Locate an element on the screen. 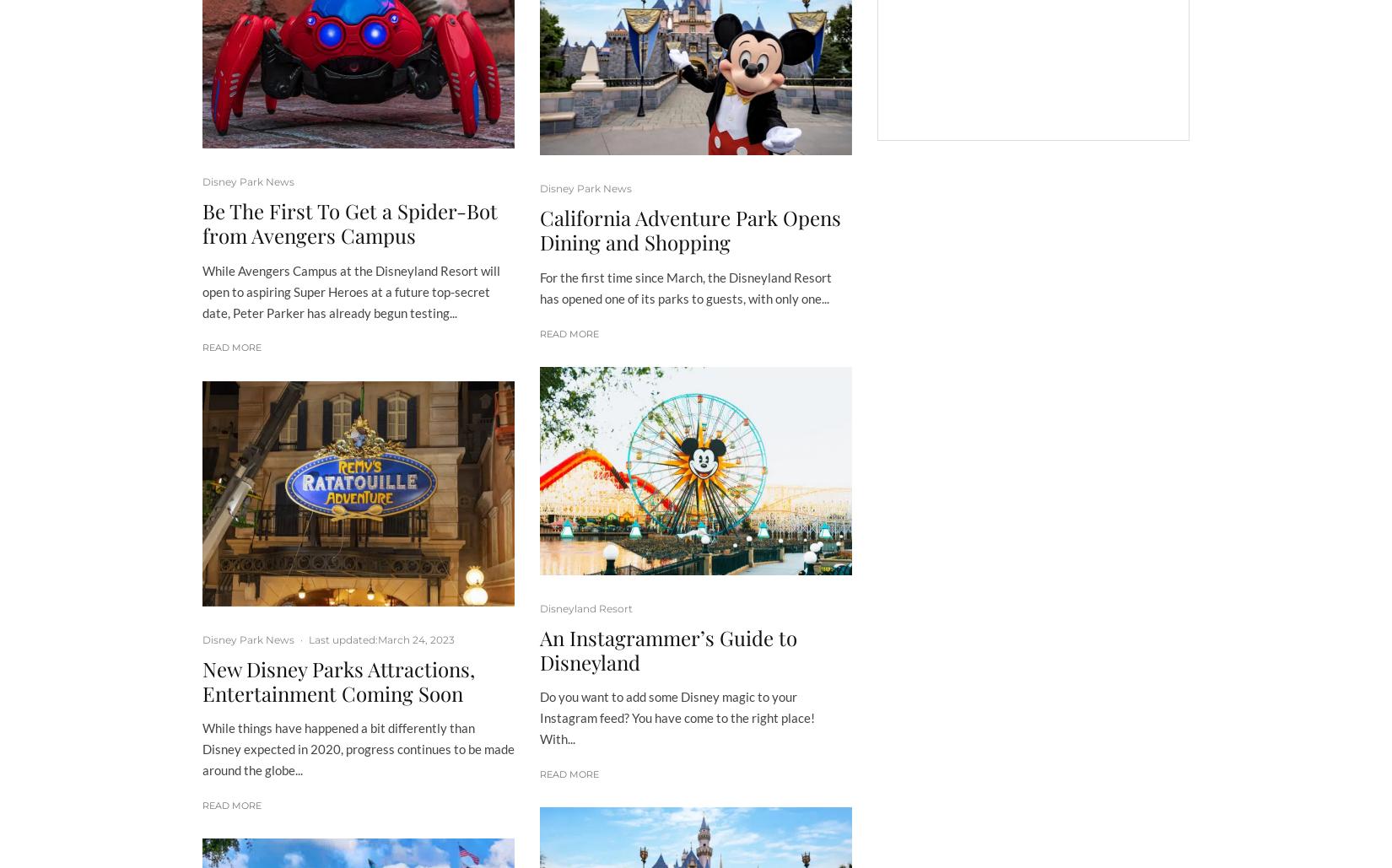  'While things have happened a bit differently than Disney expected in 2020, progress continues to be made around the globe...' is located at coordinates (358, 749).